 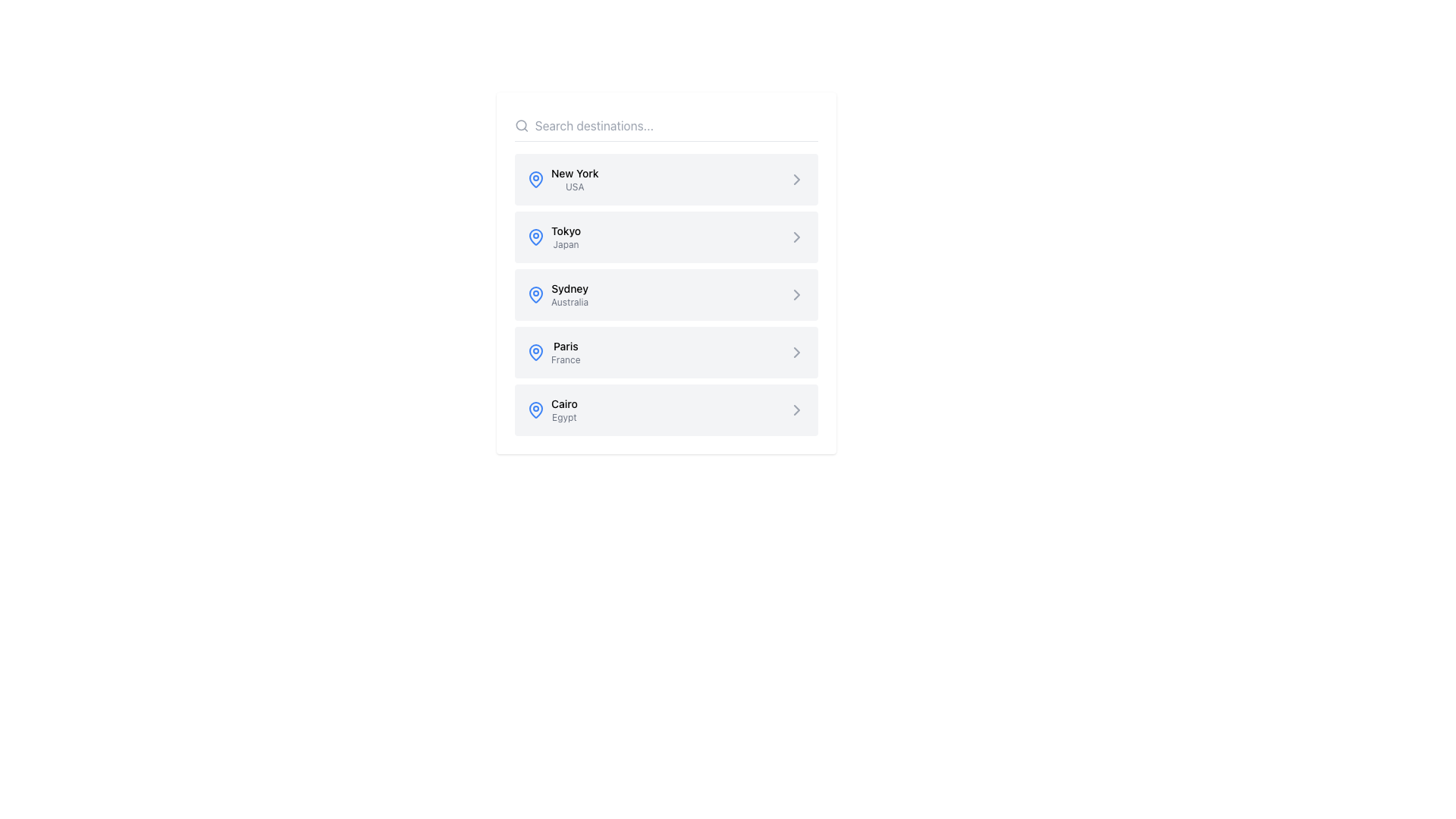 I want to click on the rightward Chevron Icon located at the far-right end of the 'Cairo, Egypt' list item, so click(x=796, y=409).